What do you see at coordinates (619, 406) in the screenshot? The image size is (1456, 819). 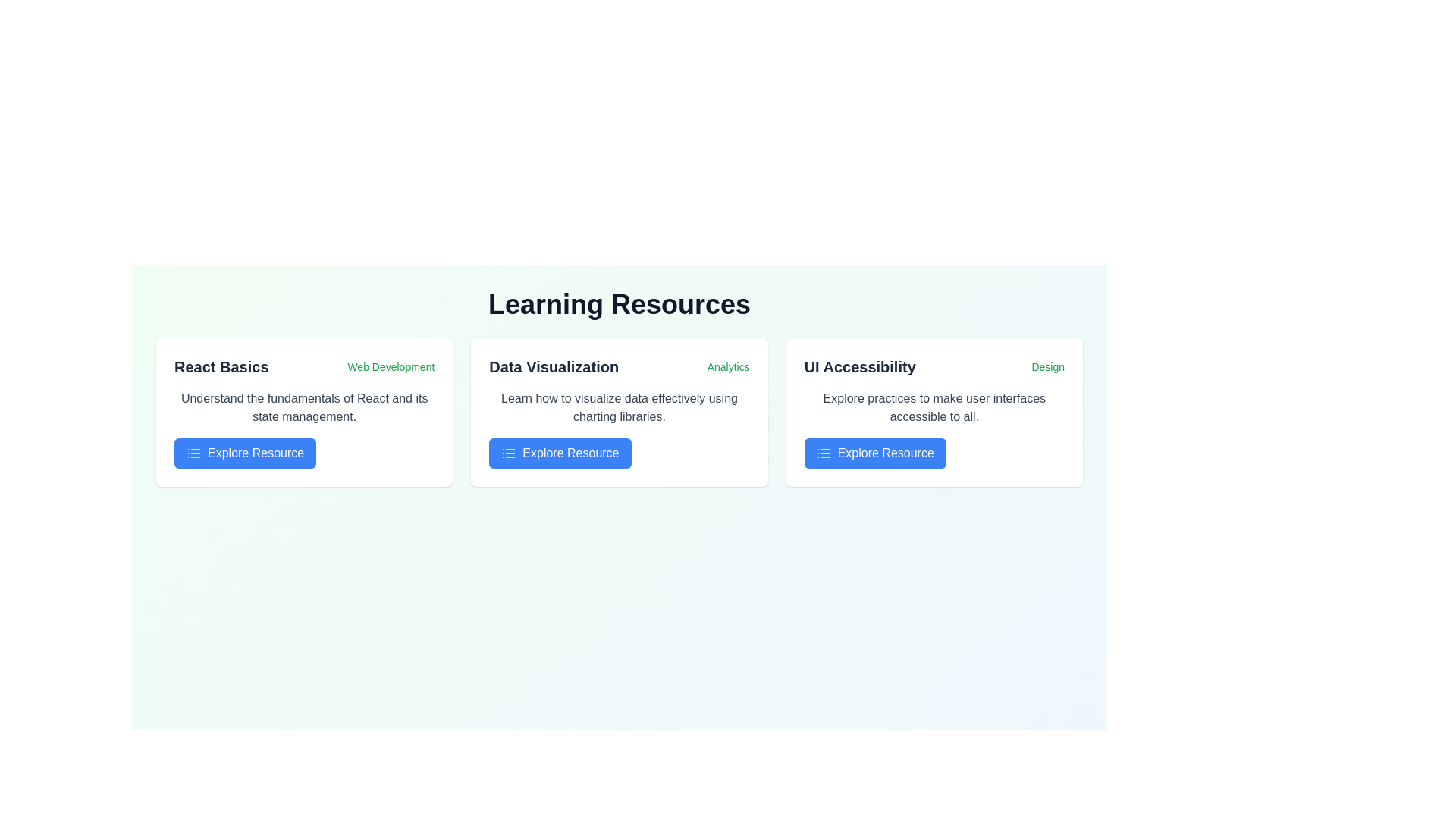 I see `descriptive text displayed in gray color that contains the phrase 'Learn how to visualize data effectively using charting libraries.' This text is part of the 'Data Visualization' card, situated under the heading and above the 'Explore Resource' button` at bounding box center [619, 406].